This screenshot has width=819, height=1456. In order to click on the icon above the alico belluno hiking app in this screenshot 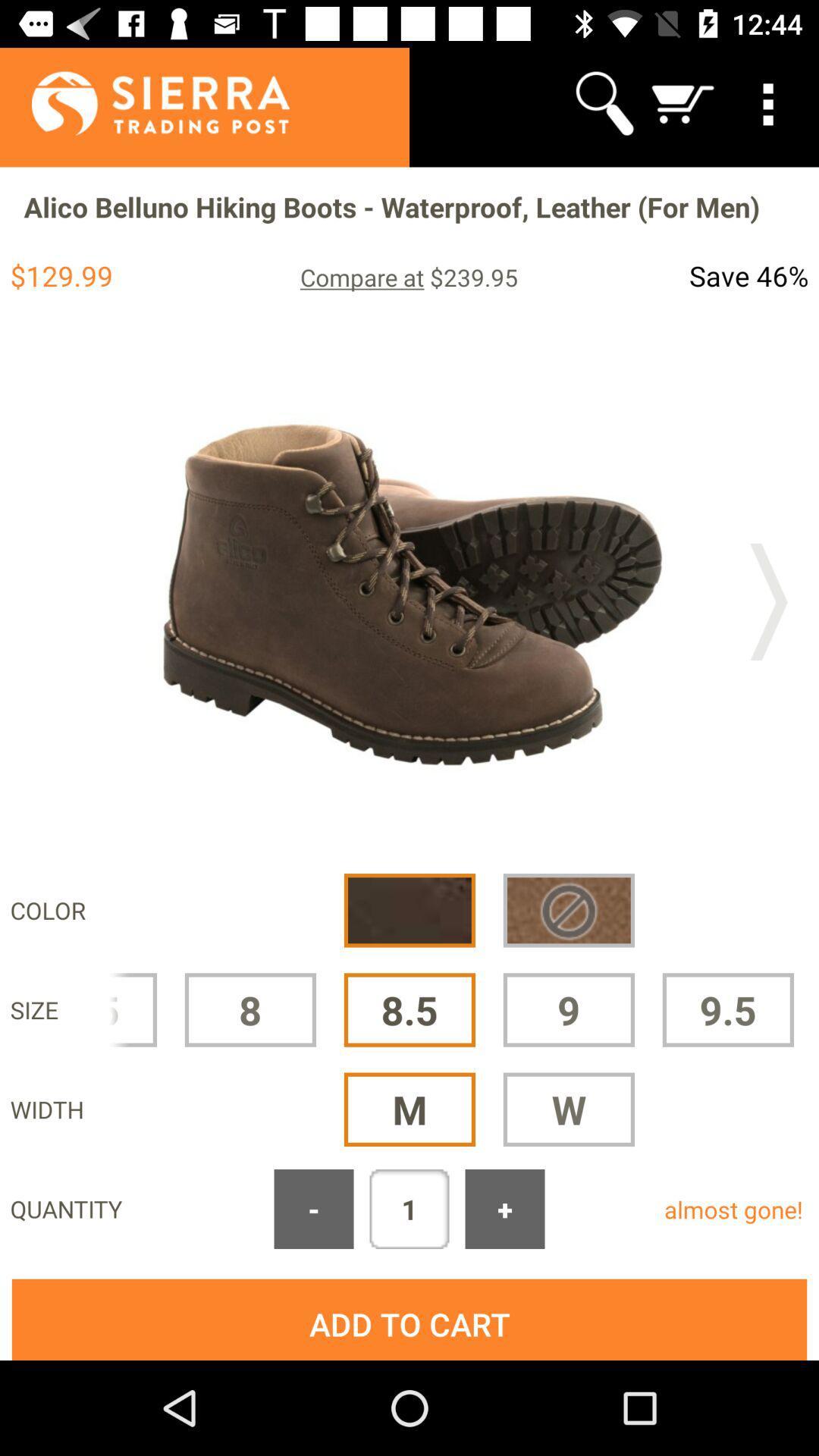, I will do `click(683, 102)`.